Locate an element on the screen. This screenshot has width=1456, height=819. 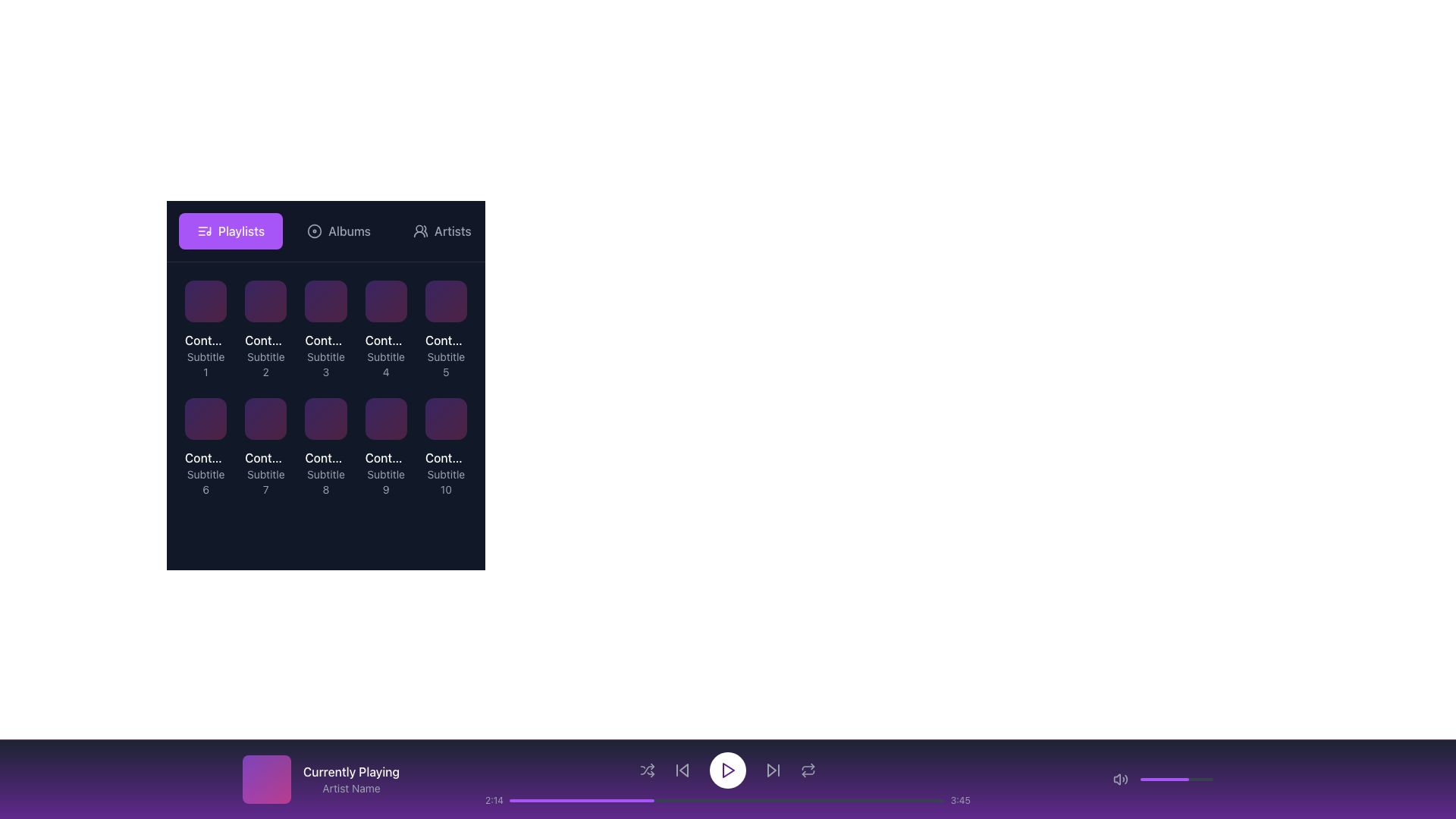
the volume slider is located at coordinates (1166, 780).